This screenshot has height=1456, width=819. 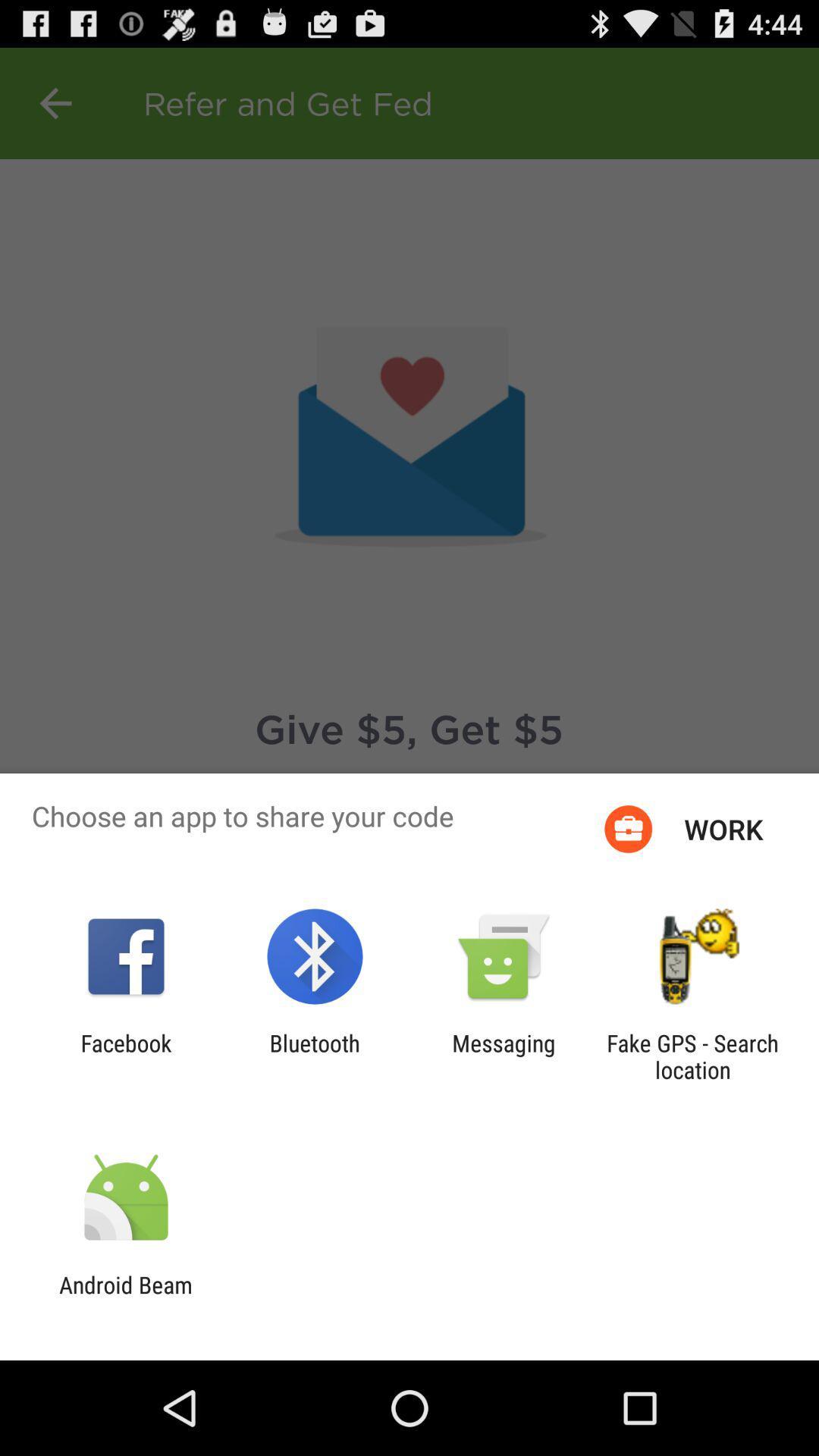 What do you see at coordinates (314, 1056) in the screenshot?
I see `bluetooth icon` at bounding box center [314, 1056].